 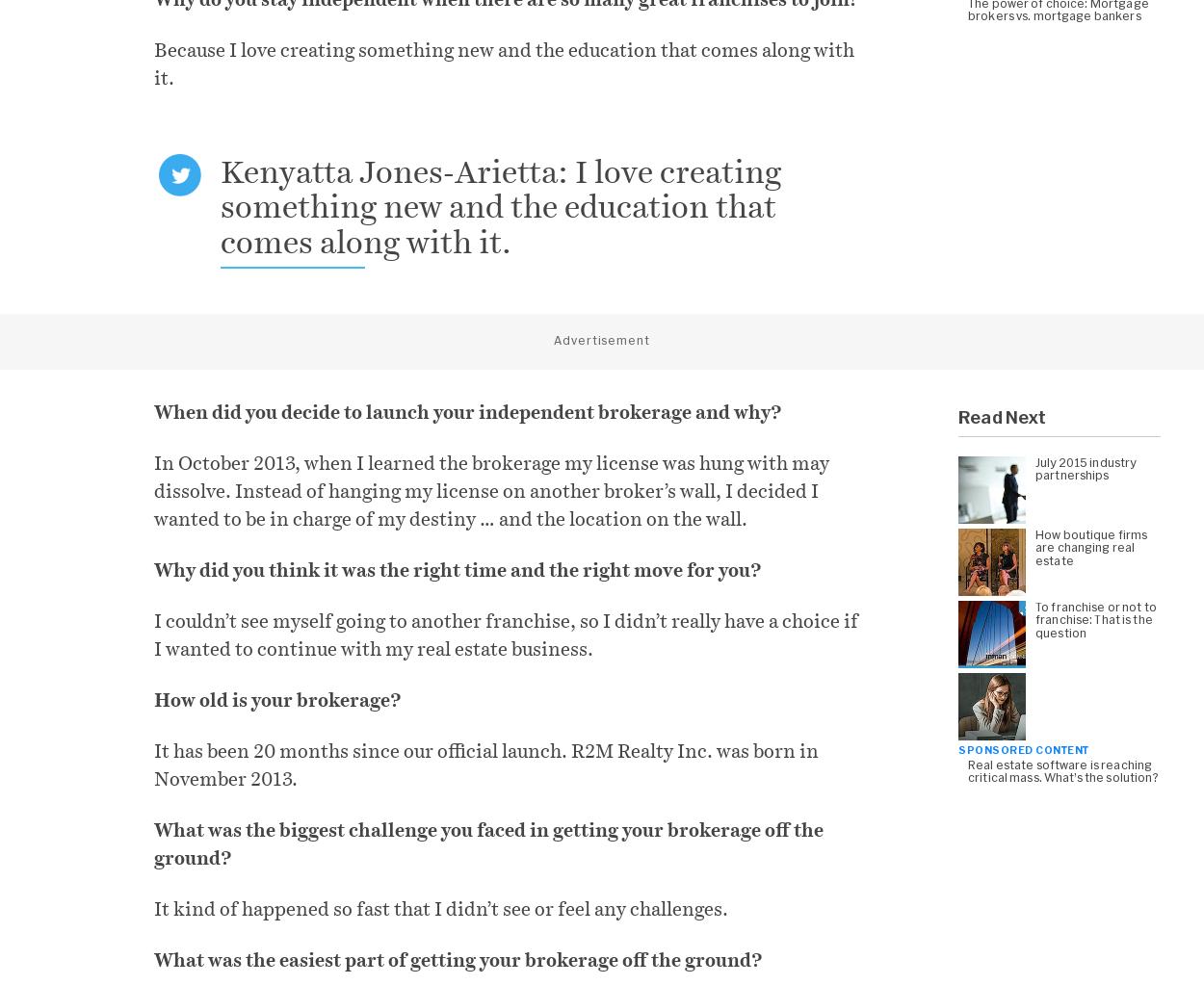 I want to click on 'What was the easiest part of getting your brokerage off the ground?', so click(x=457, y=959).